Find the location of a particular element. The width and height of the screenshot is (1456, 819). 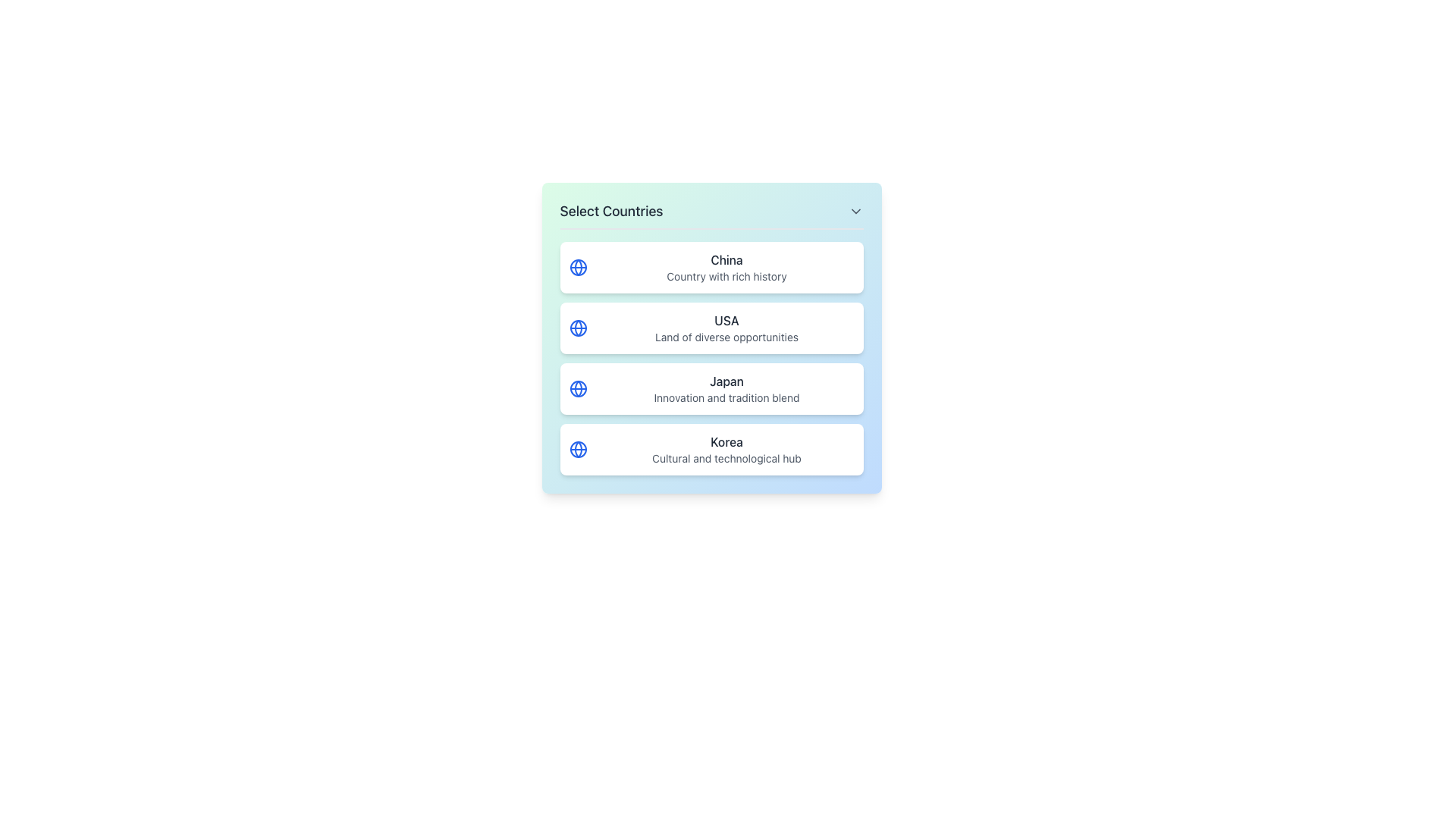

the first globe icon with a blue outline located left to the text 'China' within the selection card is located at coordinates (577, 267).